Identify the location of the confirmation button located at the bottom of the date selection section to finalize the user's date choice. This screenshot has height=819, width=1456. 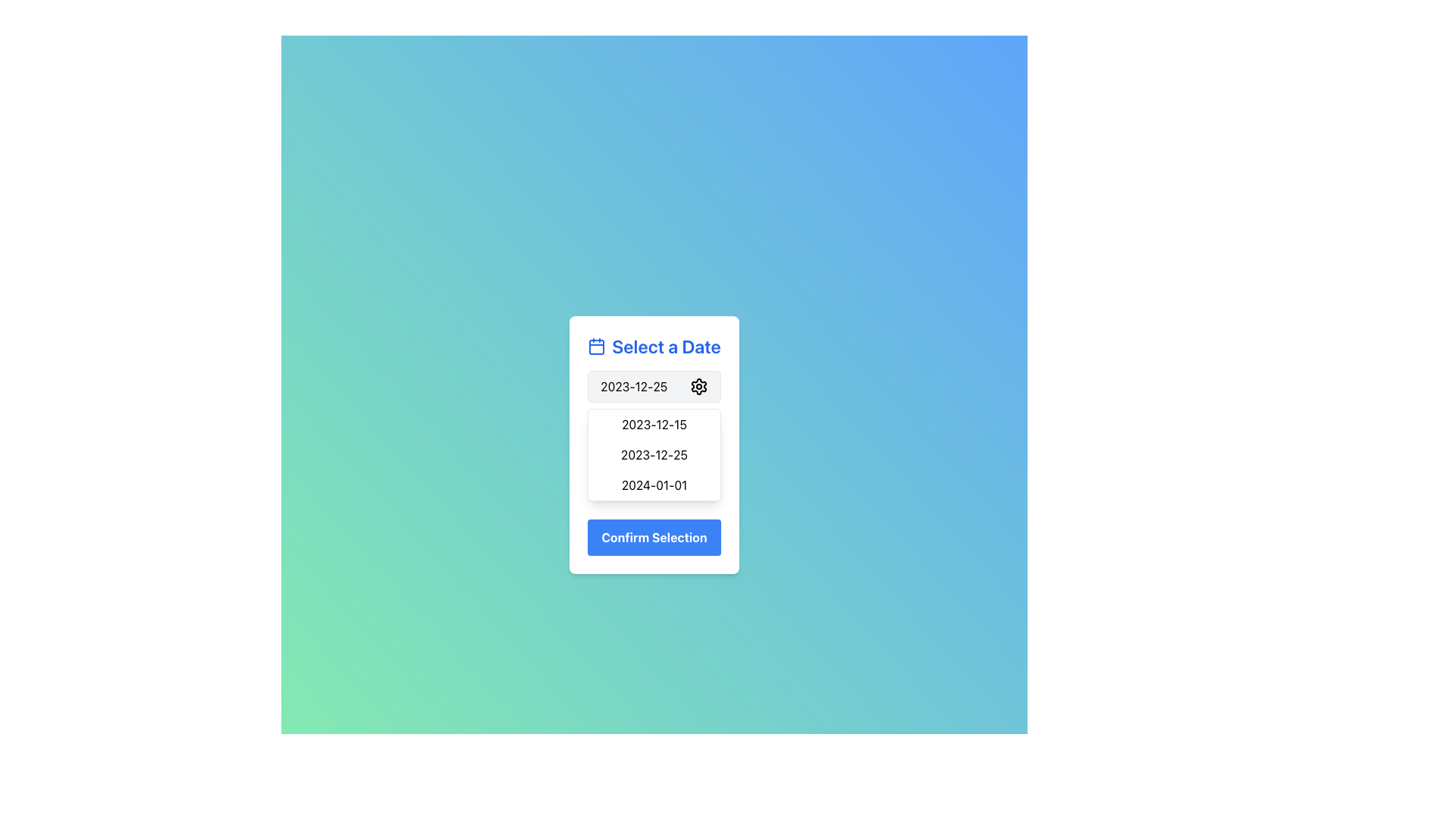
(654, 537).